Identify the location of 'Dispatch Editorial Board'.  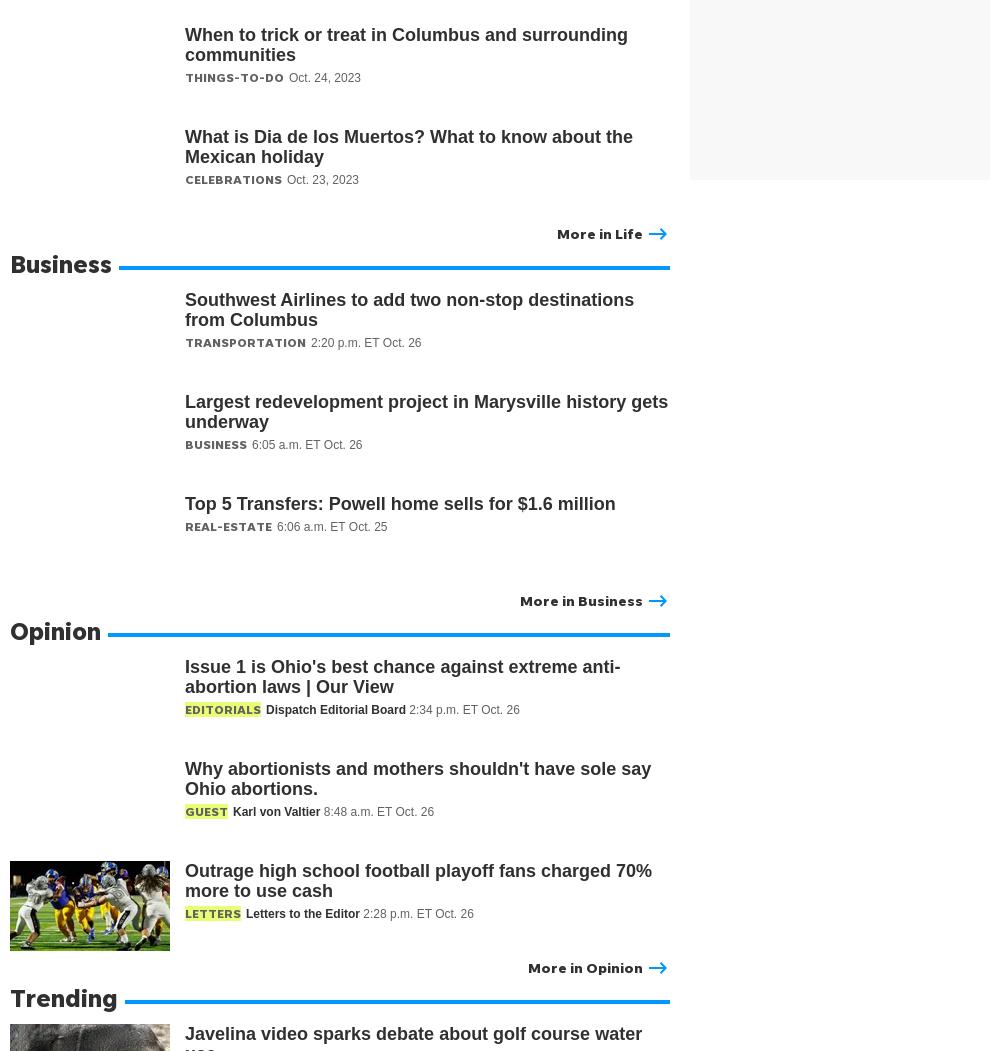
(336, 708).